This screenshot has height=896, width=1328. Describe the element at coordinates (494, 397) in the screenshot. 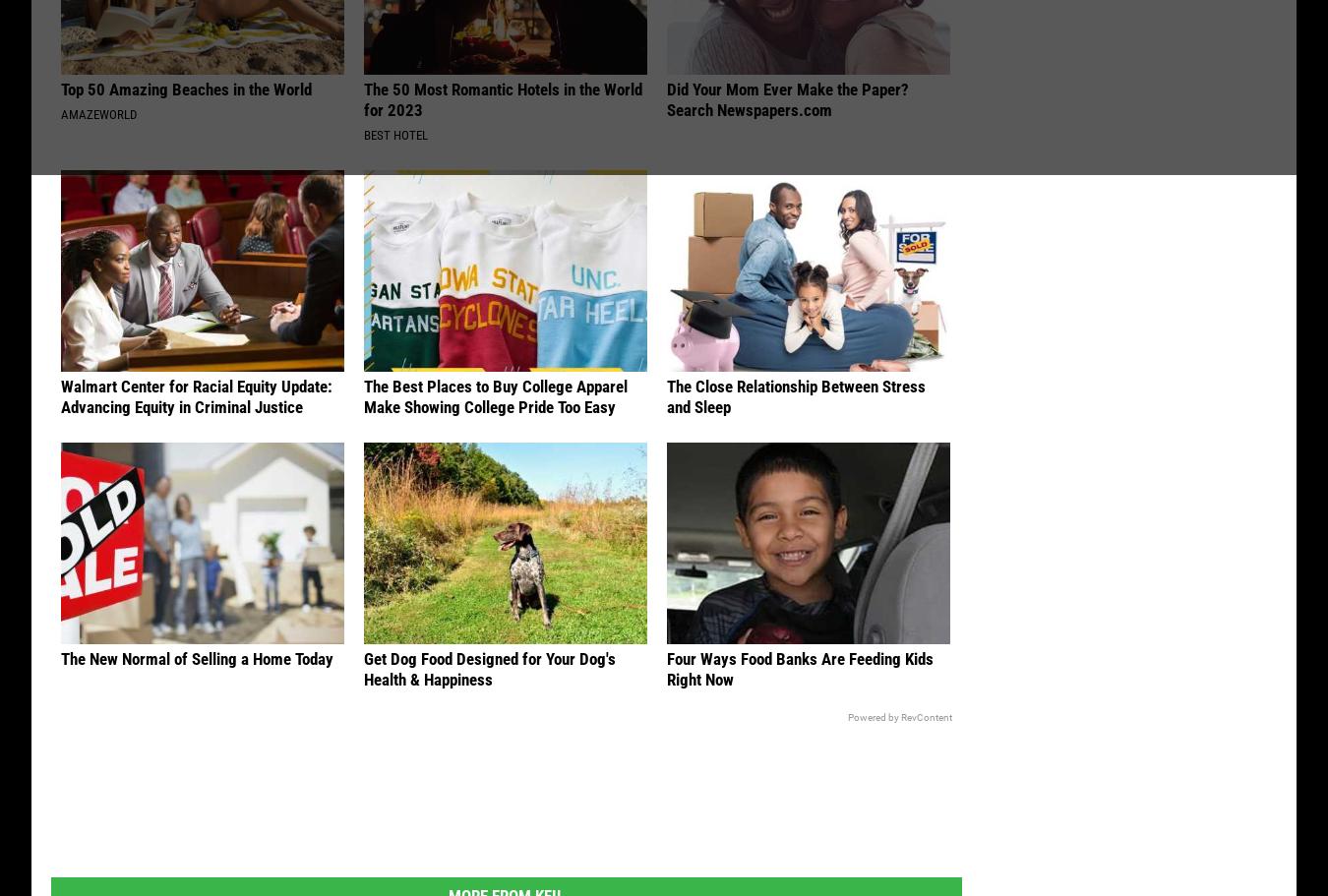

I see `'The Best Places to Buy College Apparel Make Showing College Pride Too Easy'` at that location.